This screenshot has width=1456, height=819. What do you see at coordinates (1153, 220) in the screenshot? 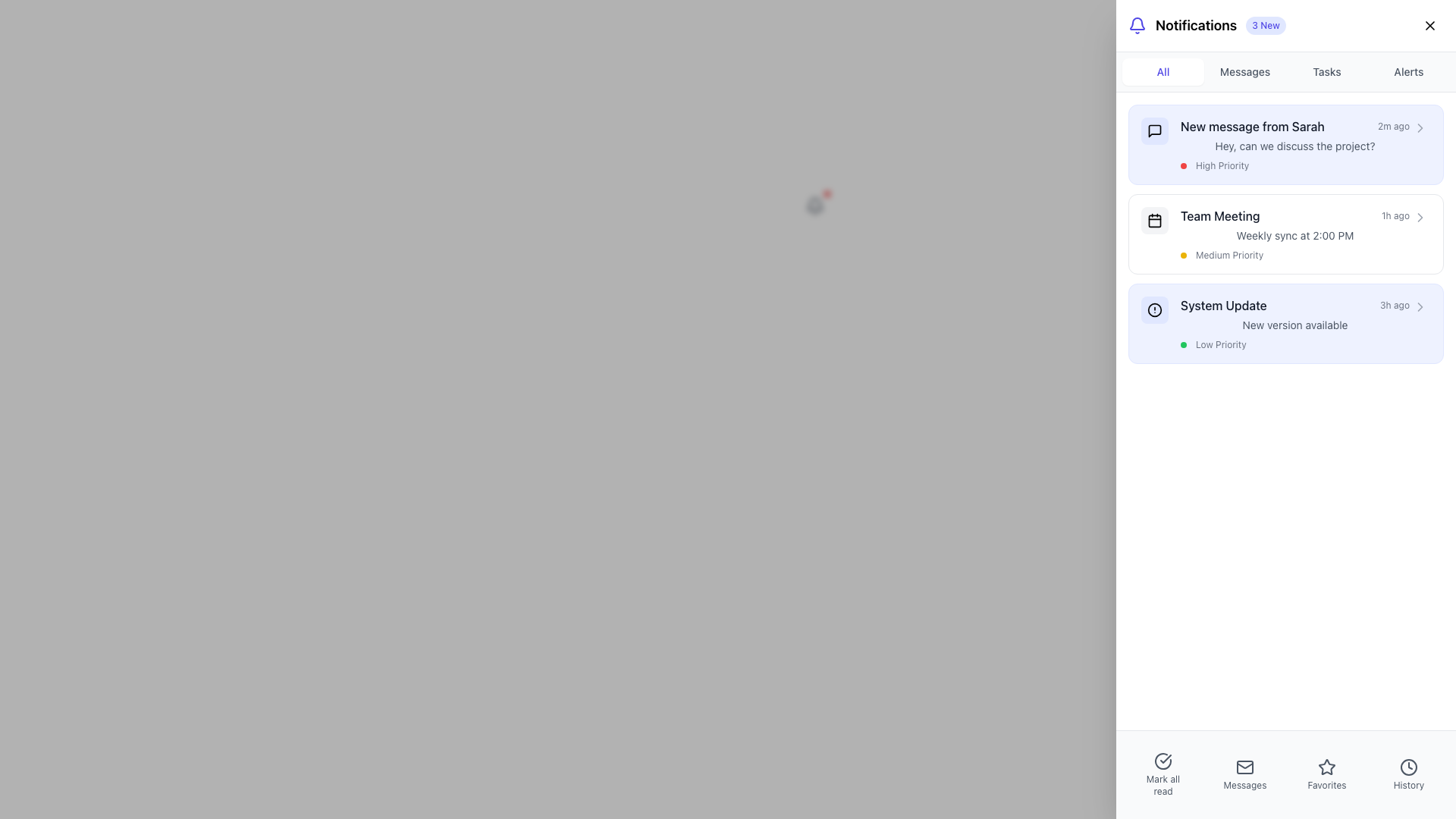
I see `the rounded rectangular shape of the calendar icon that is part of the notifications list next to 'Team Meeting'` at bounding box center [1153, 220].